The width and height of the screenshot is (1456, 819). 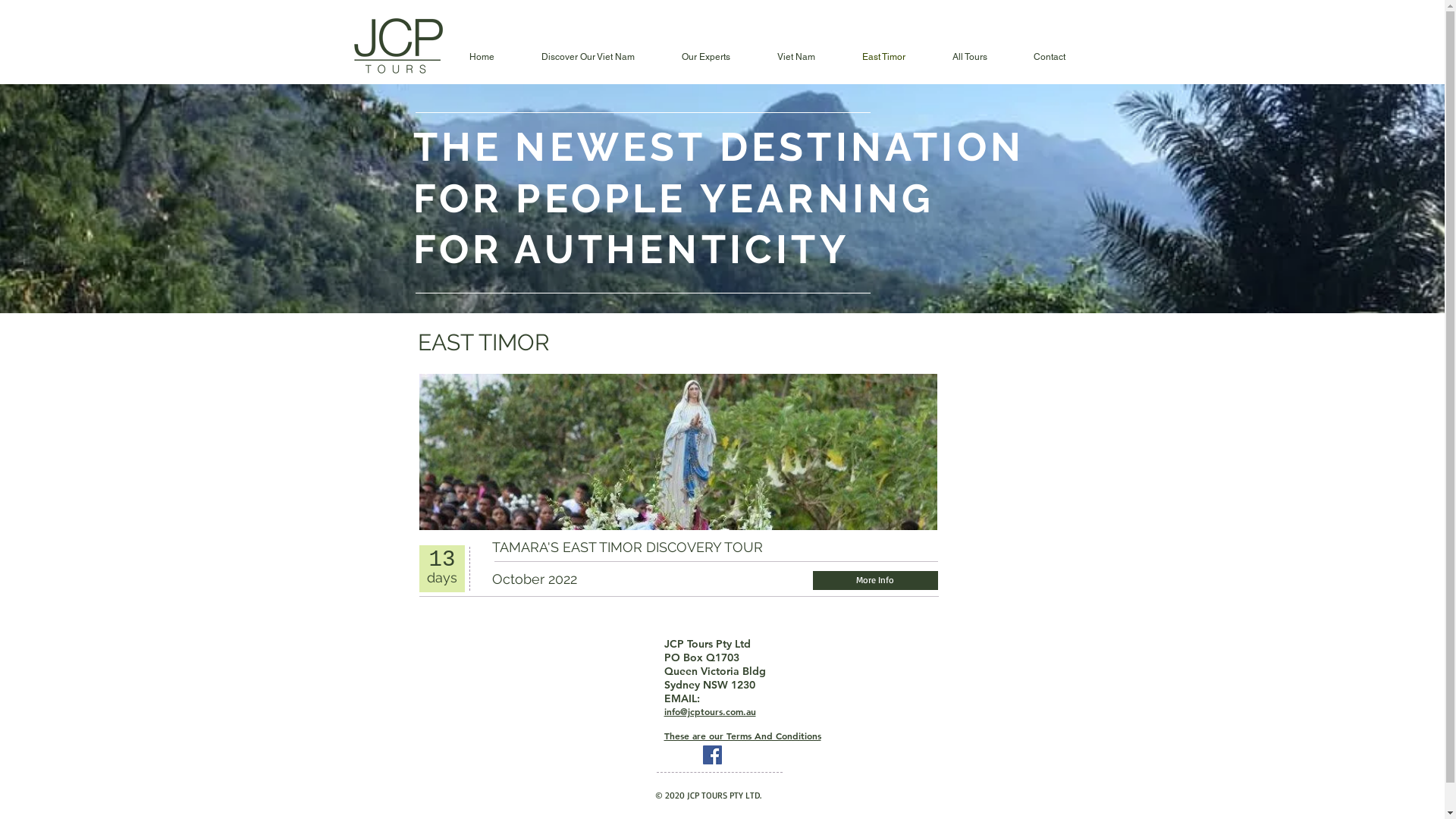 I want to click on 'Discover Our Viet Nam', so click(x=586, y=56).